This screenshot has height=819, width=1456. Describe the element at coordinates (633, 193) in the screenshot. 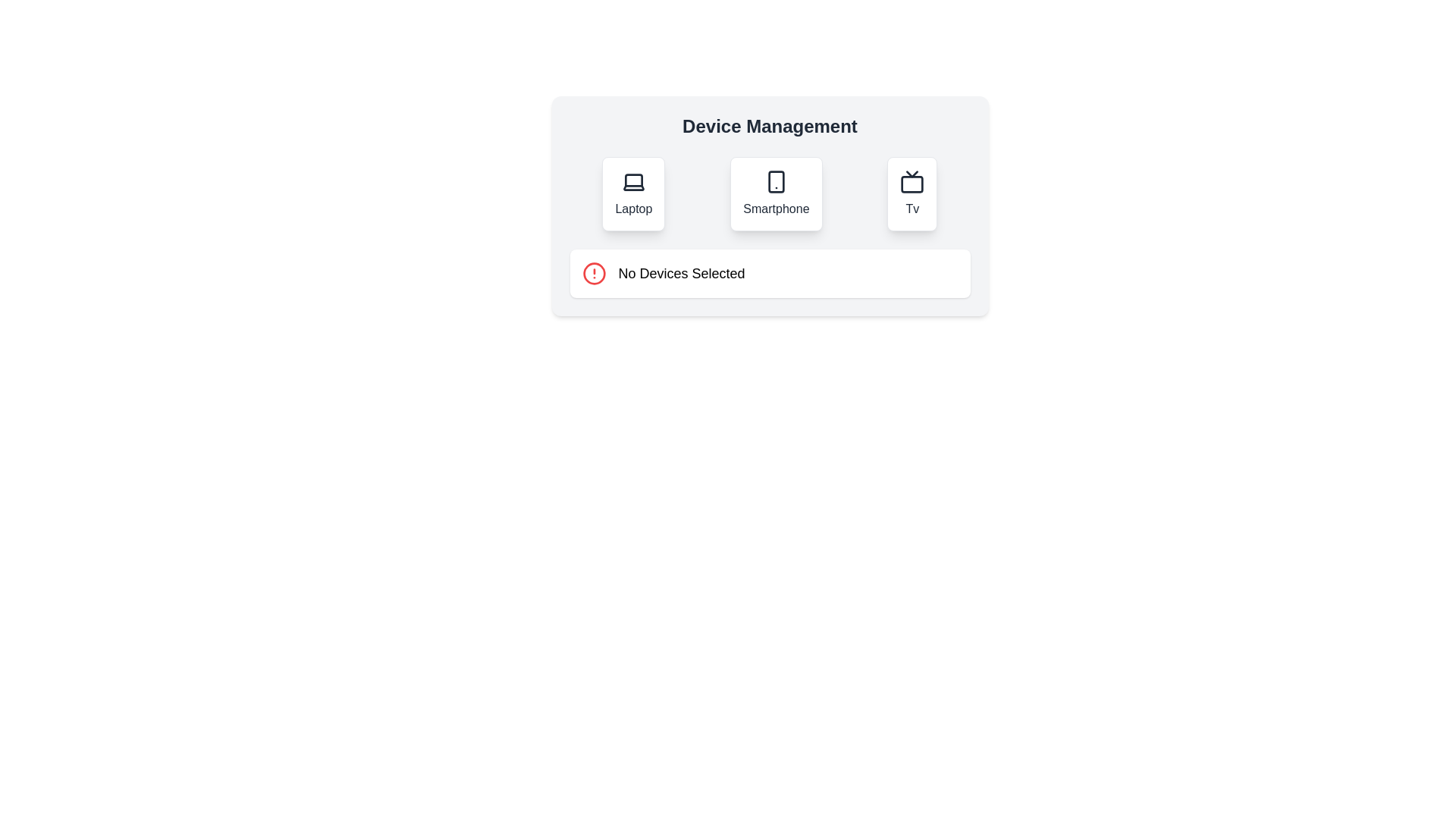

I see `the 'Laptop' interactive card in the 'Device Management' interface` at that location.